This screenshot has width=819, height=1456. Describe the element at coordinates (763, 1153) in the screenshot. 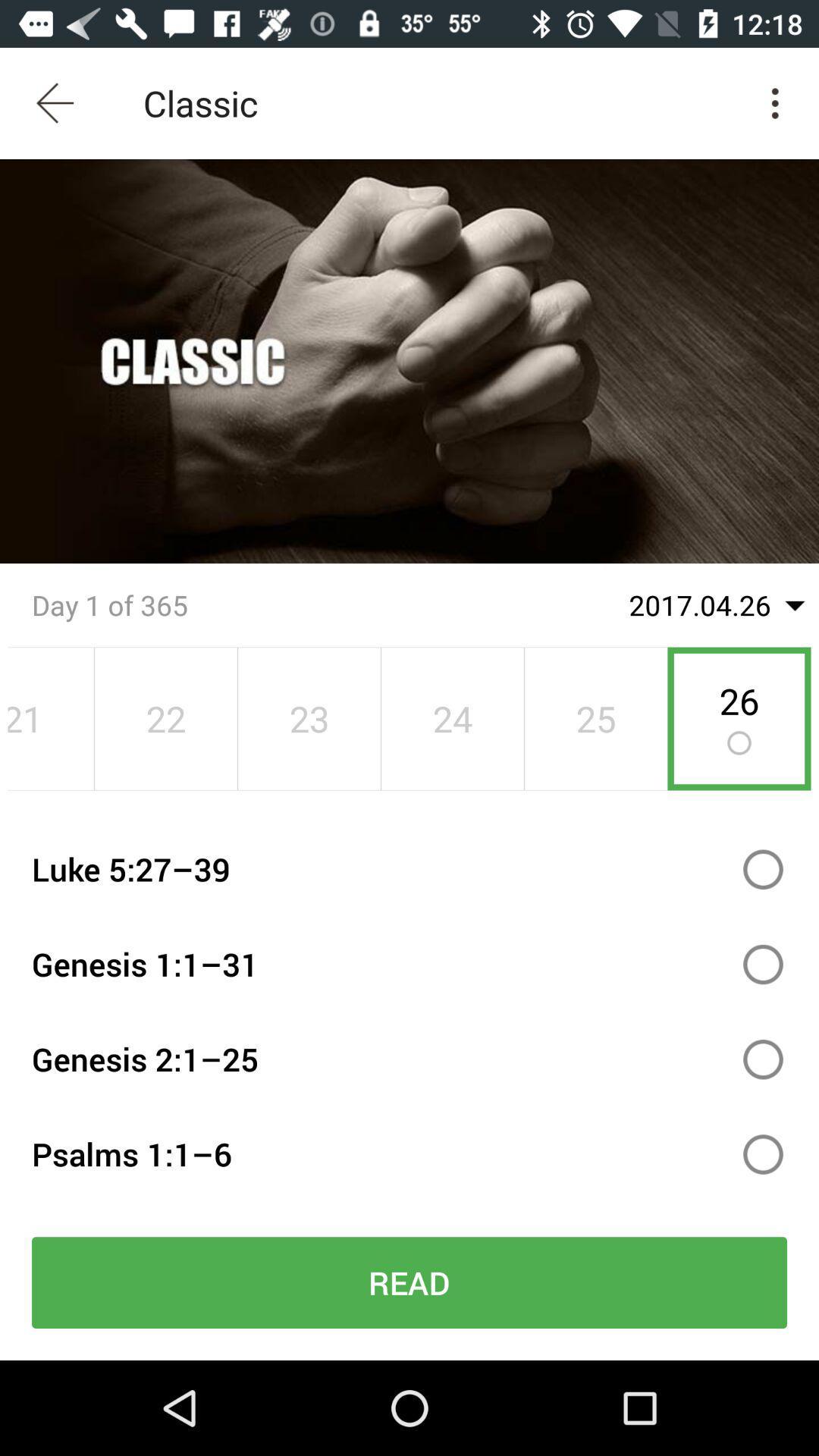

I see `radio button` at that location.